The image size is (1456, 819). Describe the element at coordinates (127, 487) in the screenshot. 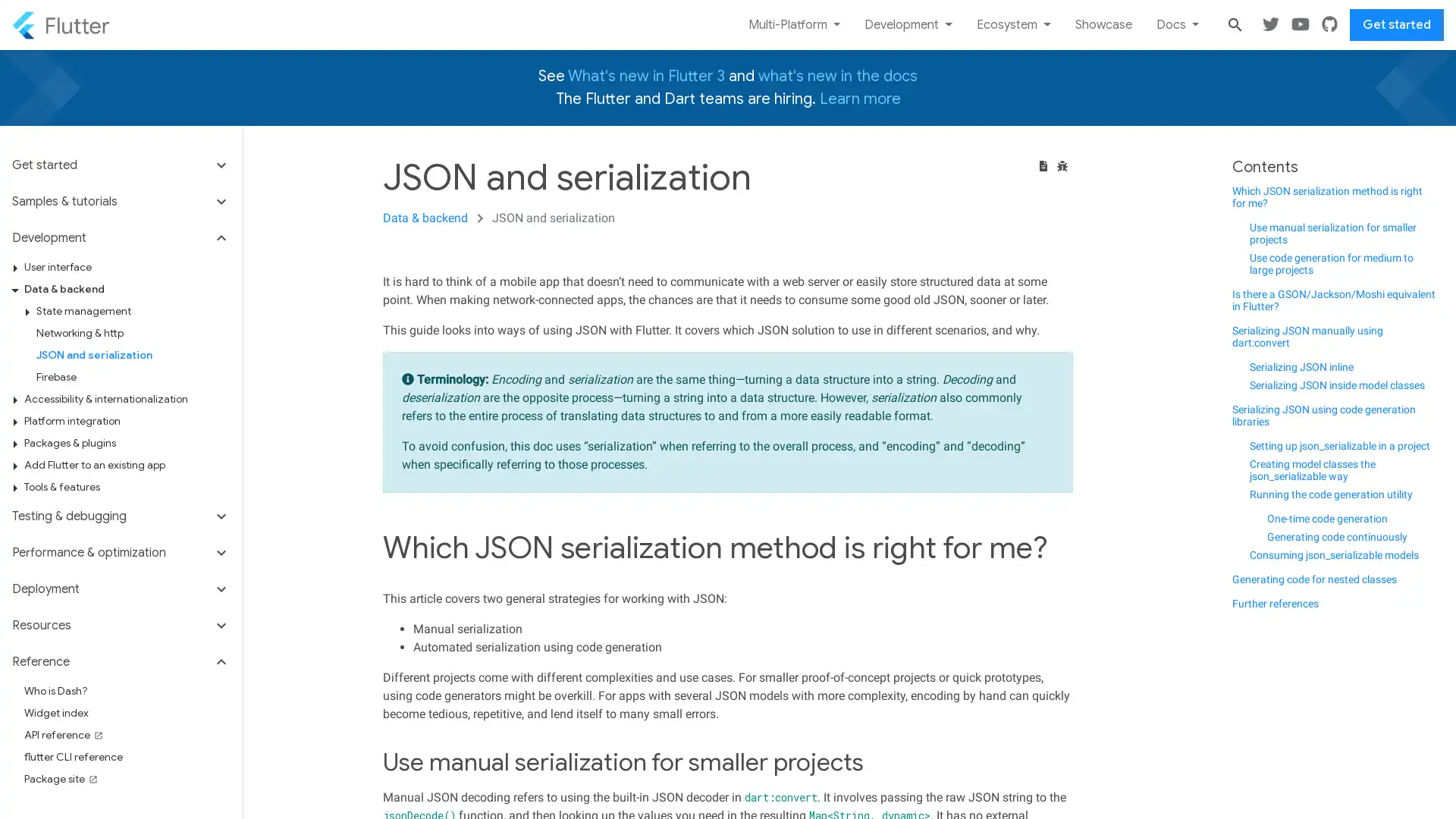

I see `arrow_drop_down Tools & features` at that location.